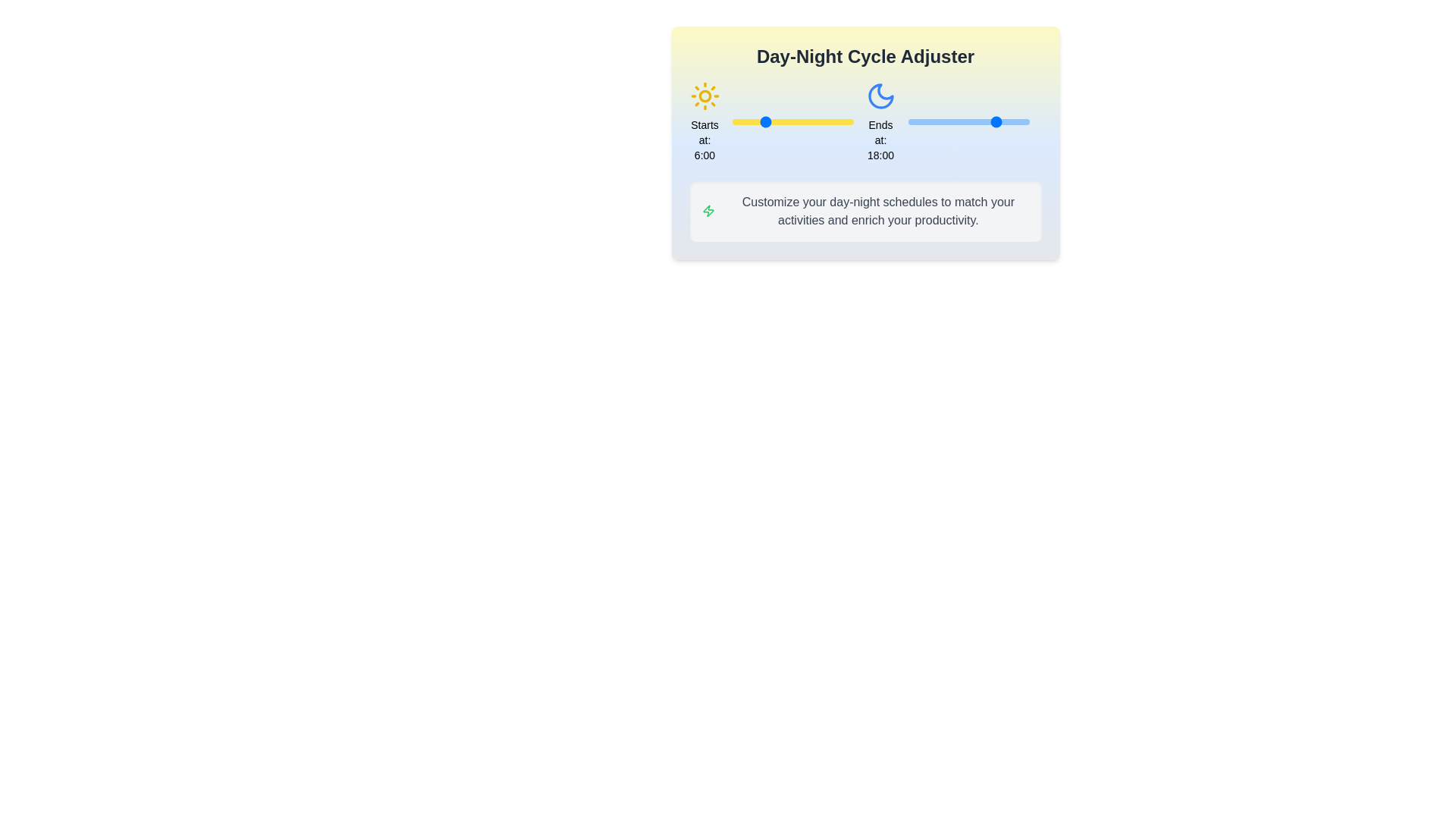  Describe the element at coordinates (787, 121) in the screenshot. I see `the start time of the day cycle to 11 hours using the left slider` at that location.